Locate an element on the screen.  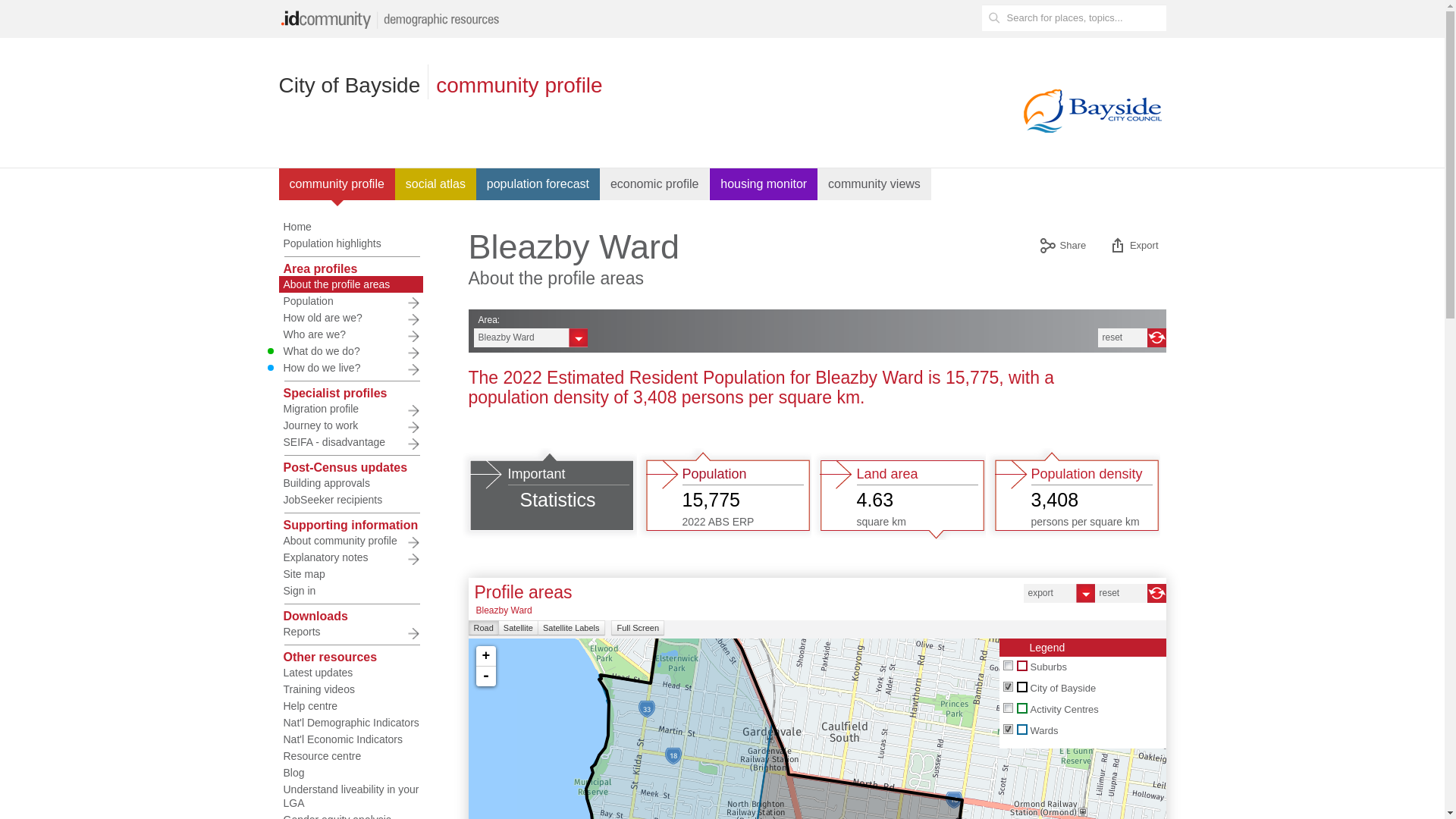
'housing monitor' is located at coordinates (709, 184).